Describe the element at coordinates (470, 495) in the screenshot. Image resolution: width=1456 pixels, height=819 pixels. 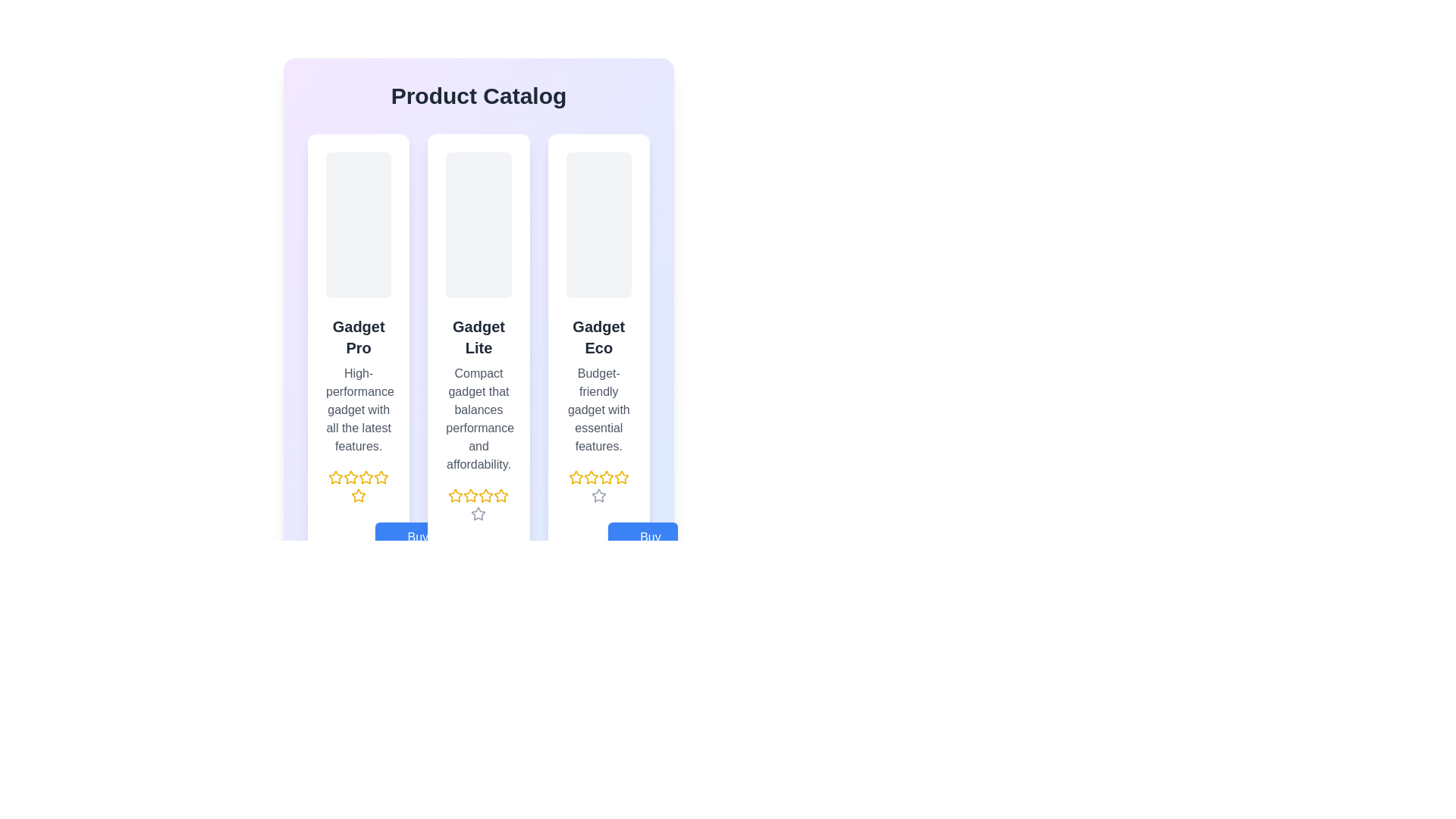
I see `the second star icon in the five-star rating system` at that location.